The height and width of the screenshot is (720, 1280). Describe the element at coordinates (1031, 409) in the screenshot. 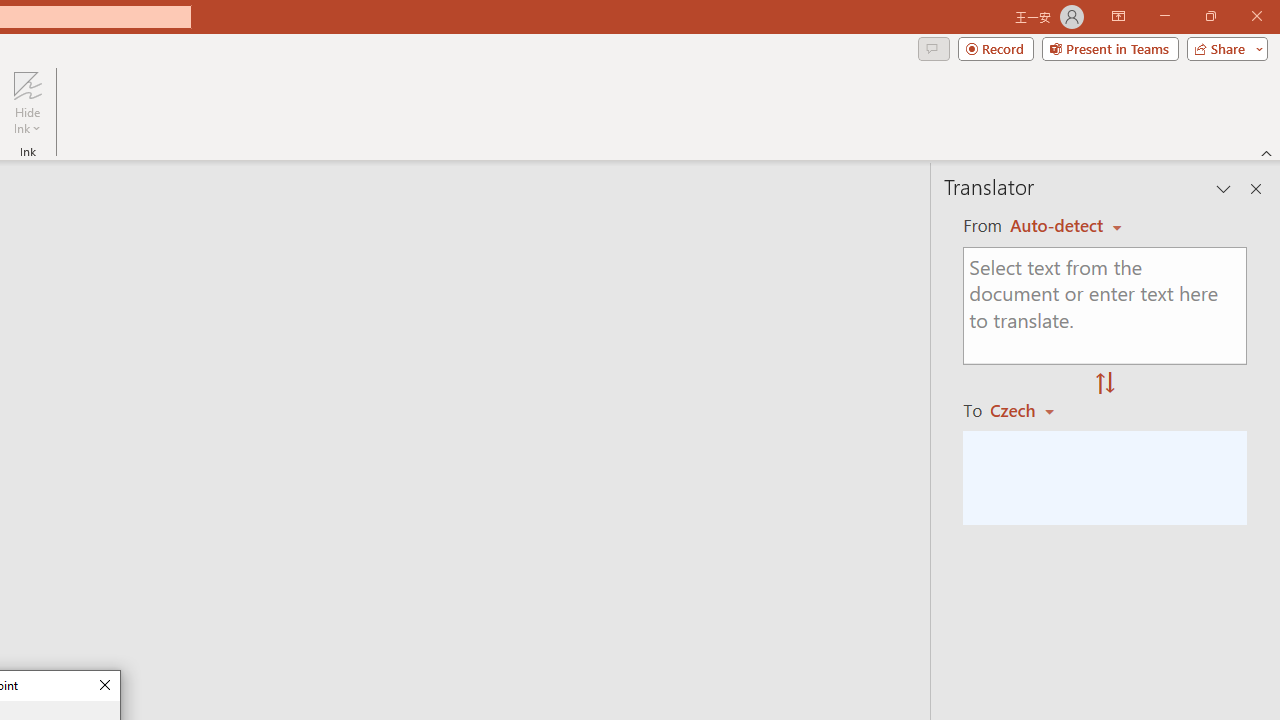

I see `'Czech'` at that location.